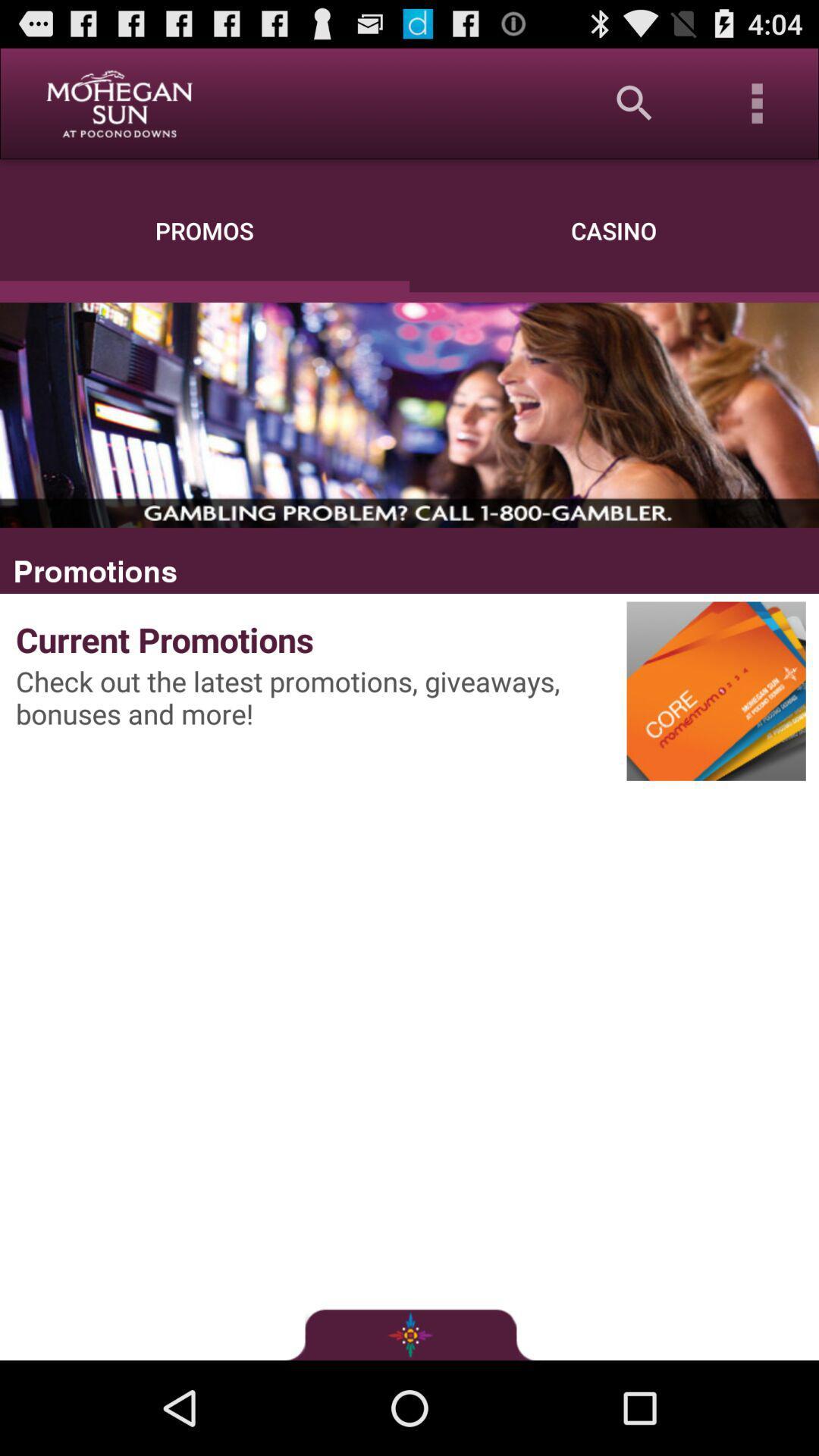 The width and height of the screenshot is (819, 1456). What do you see at coordinates (635, 102) in the screenshot?
I see `app next to the promos icon` at bounding box center [635, 102].